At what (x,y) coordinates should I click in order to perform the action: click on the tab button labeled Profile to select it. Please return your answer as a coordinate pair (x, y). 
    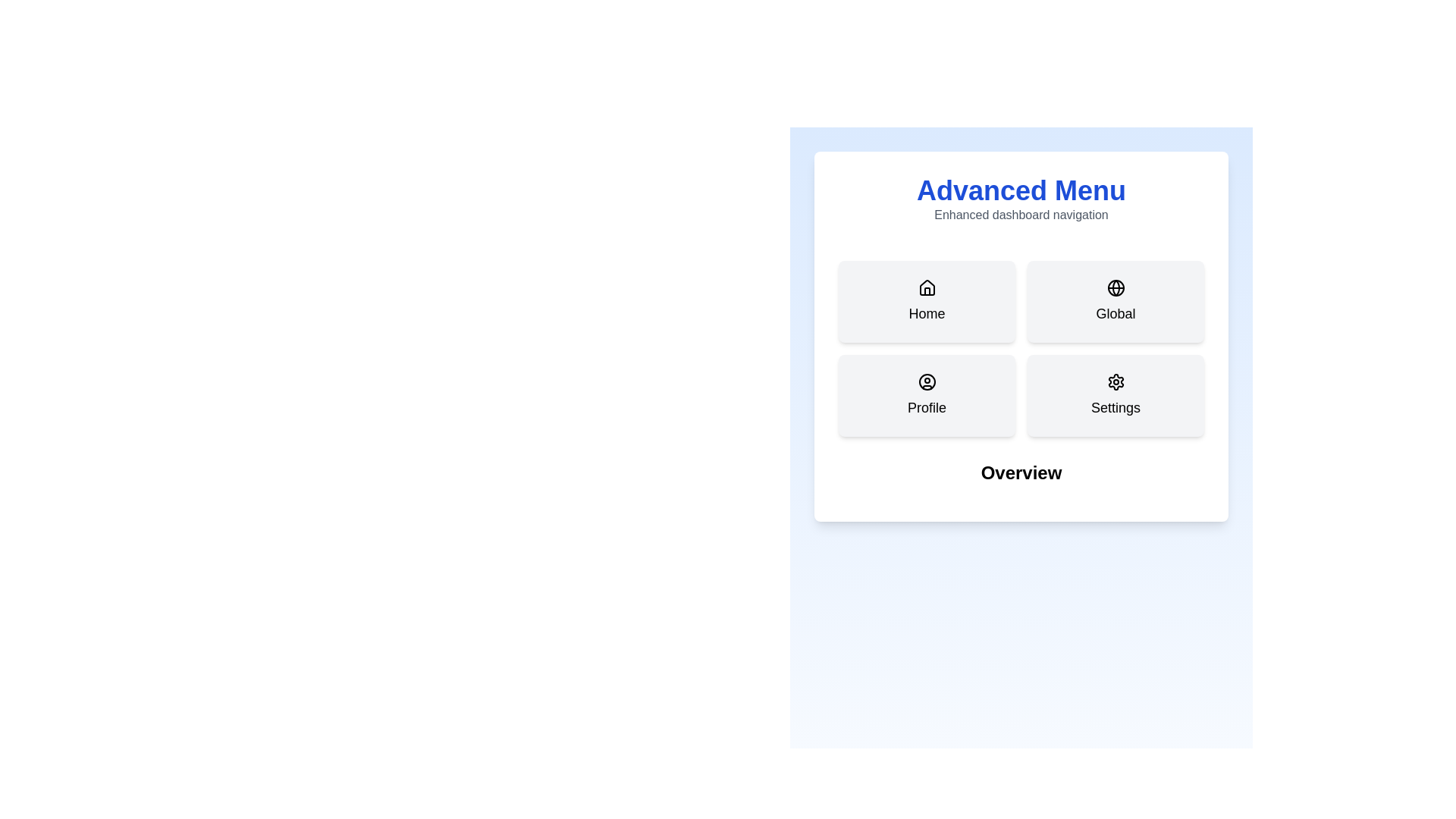
    Looking at the image, I should click on (926, 394).